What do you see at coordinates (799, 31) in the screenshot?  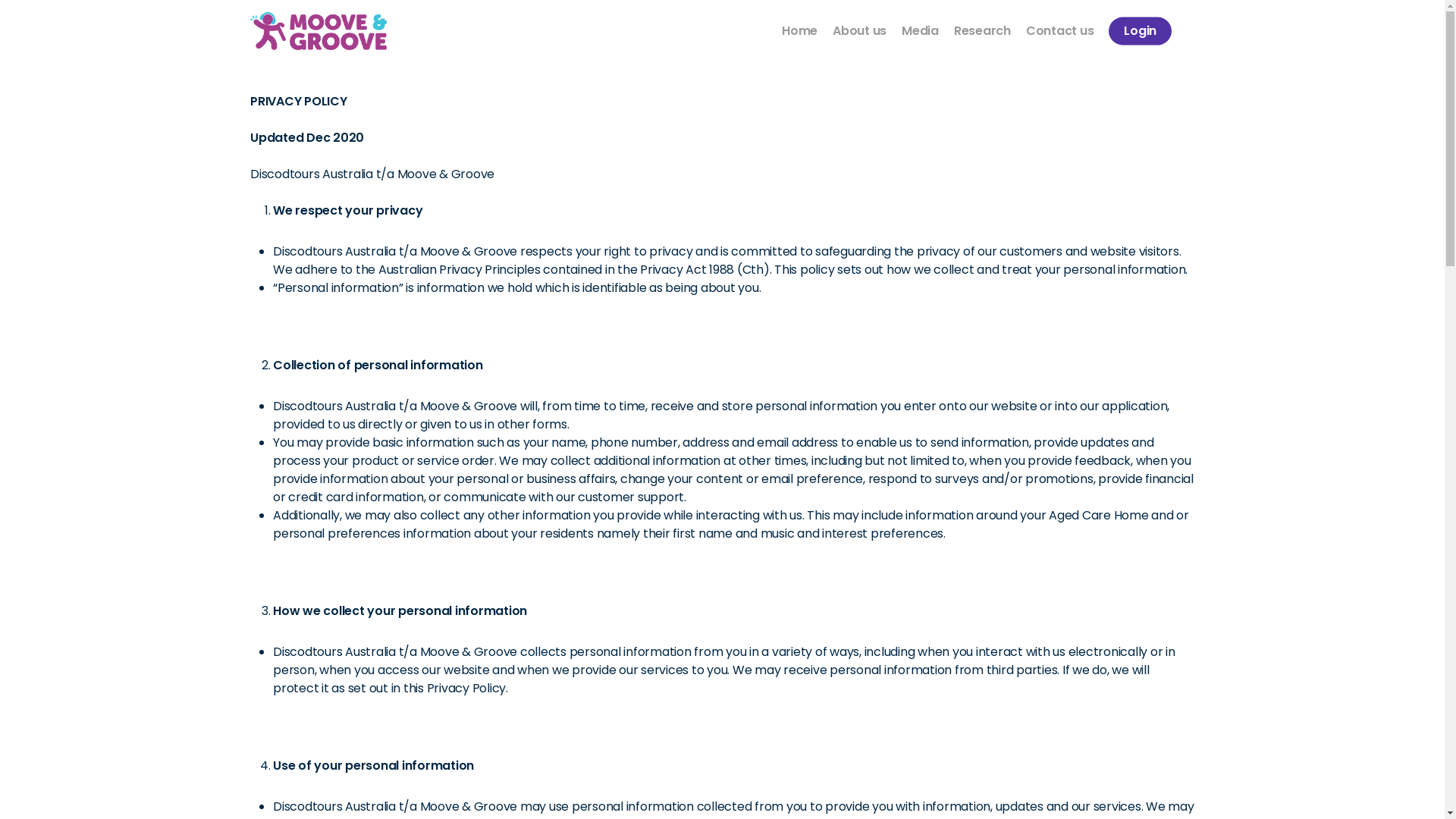 I see `'Home'` at bounding box center [799, 31].